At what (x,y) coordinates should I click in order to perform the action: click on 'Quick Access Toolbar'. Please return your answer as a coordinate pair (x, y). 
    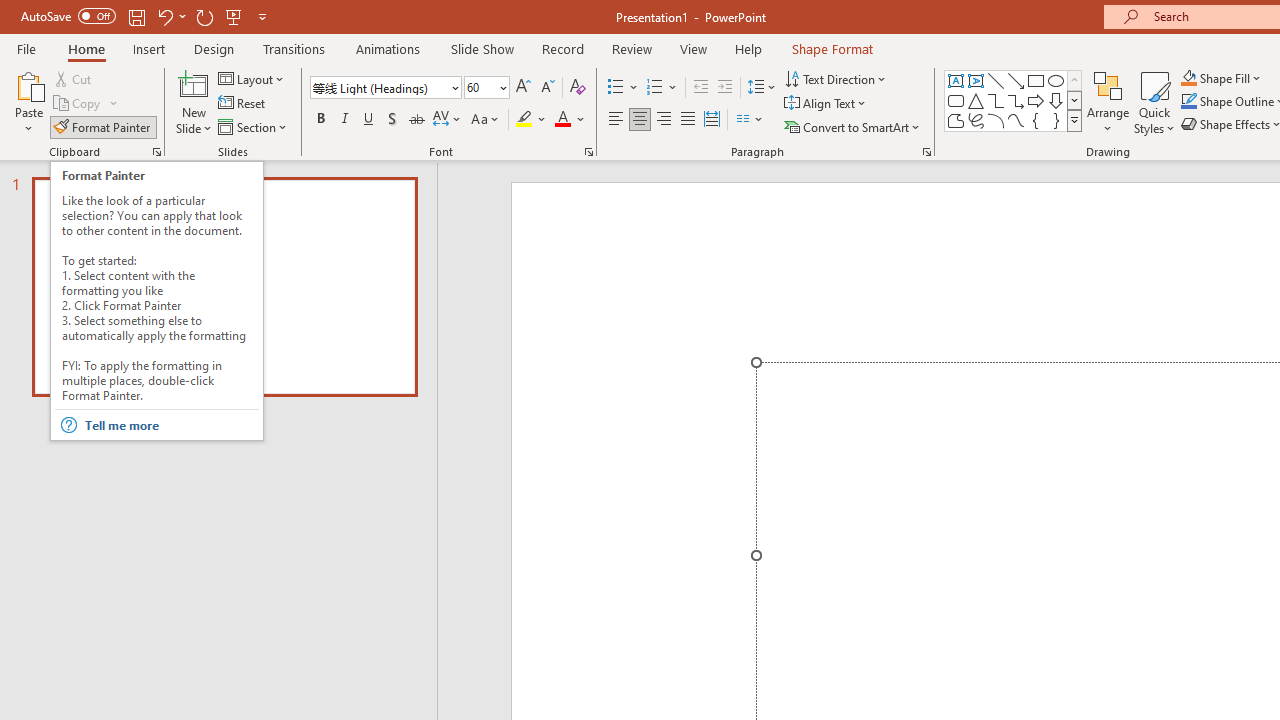
    Looking at the image, I should click on (144, 16).